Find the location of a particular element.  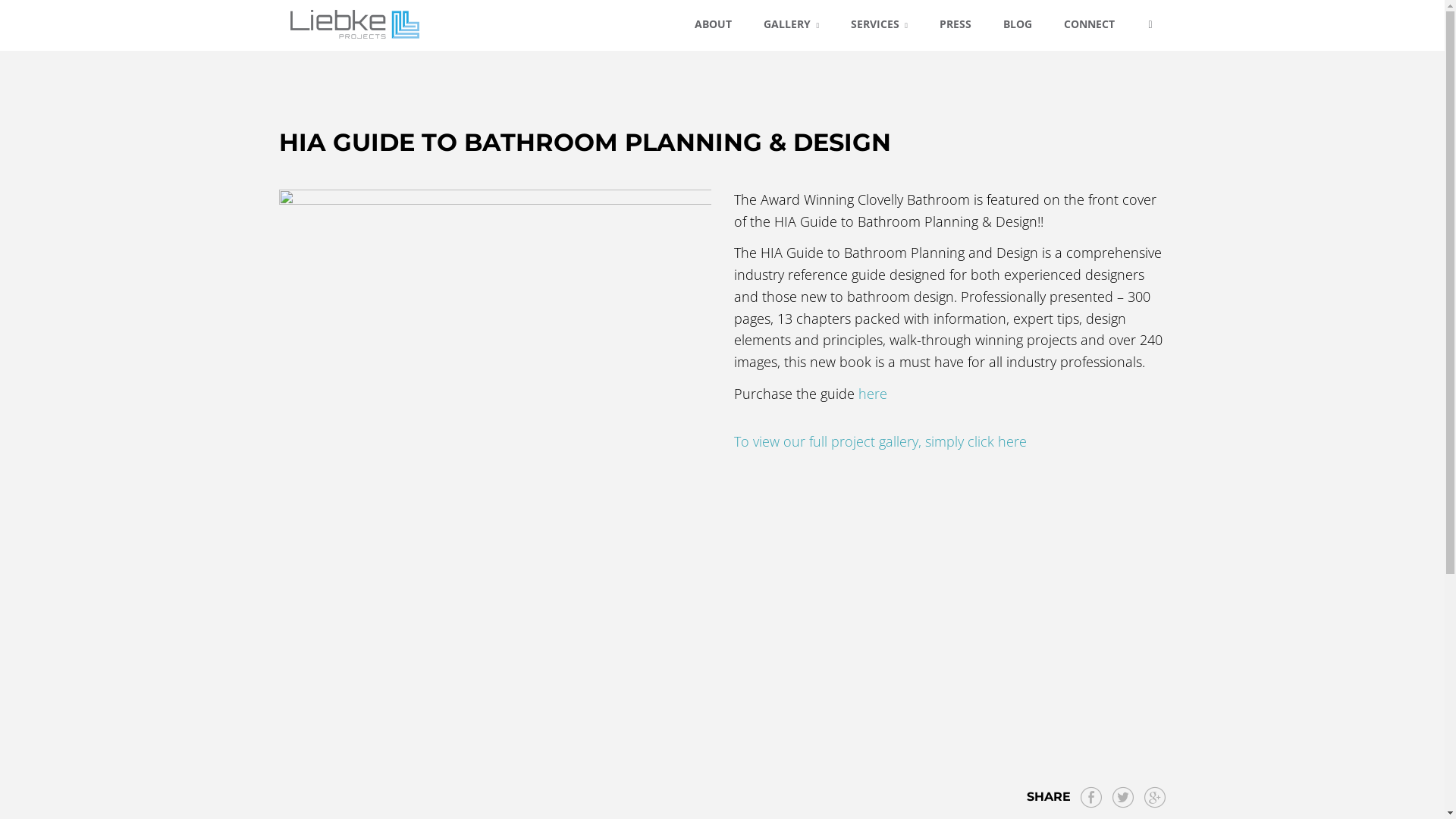

'ABOUT' is located at coordinates (712, 24).